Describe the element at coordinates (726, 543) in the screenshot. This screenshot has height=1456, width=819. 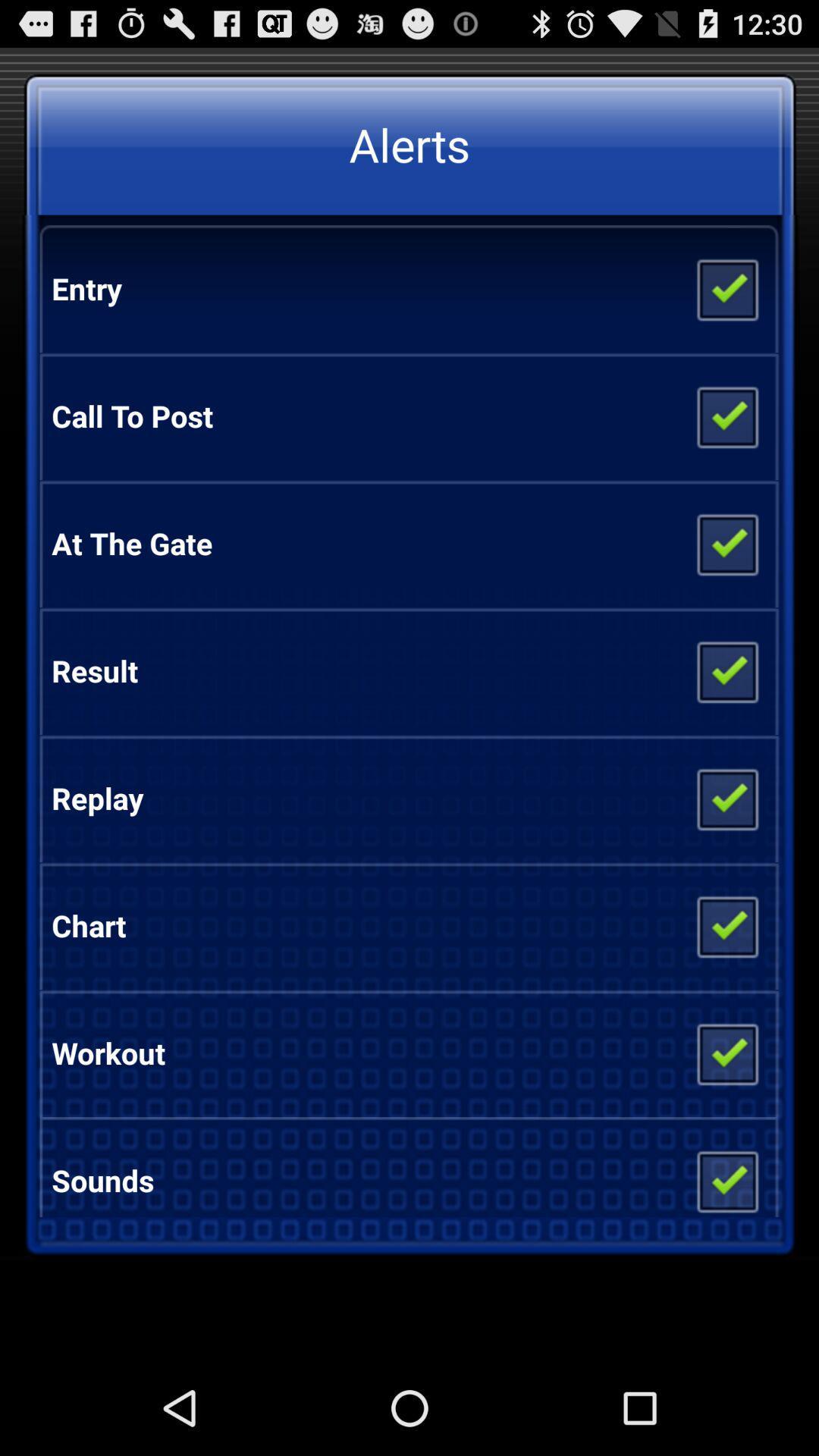
I see `the icon to the right of at the gate app` at that location.